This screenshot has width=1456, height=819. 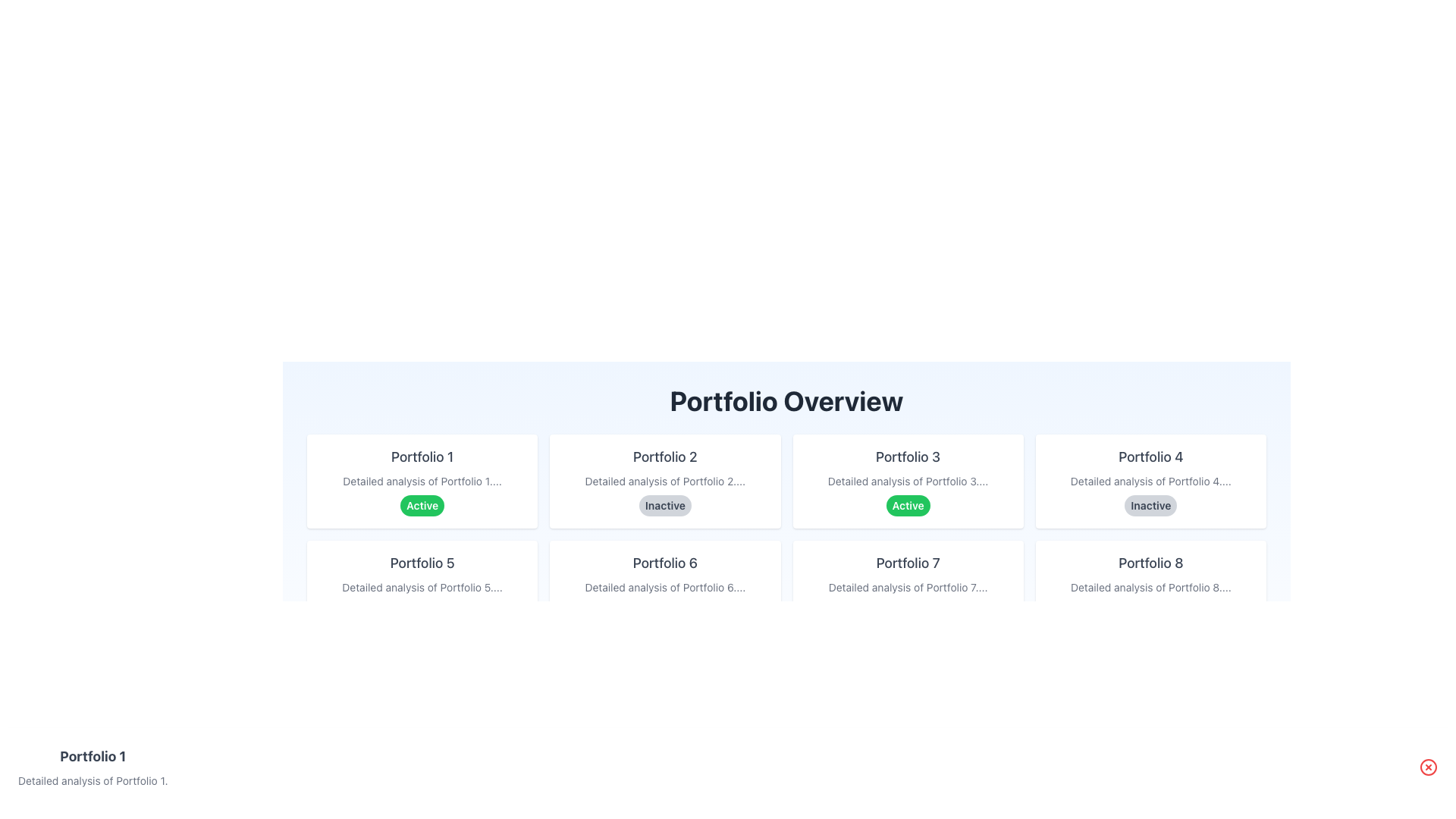 I want to click on the Text Label displaying a brief description for 'Portfolio 2', located under 'Portfolio Overview' in the second column, positioned between the title 'Portfolio 2' and the status badge 'Inactive', so click(x=665, y=482).